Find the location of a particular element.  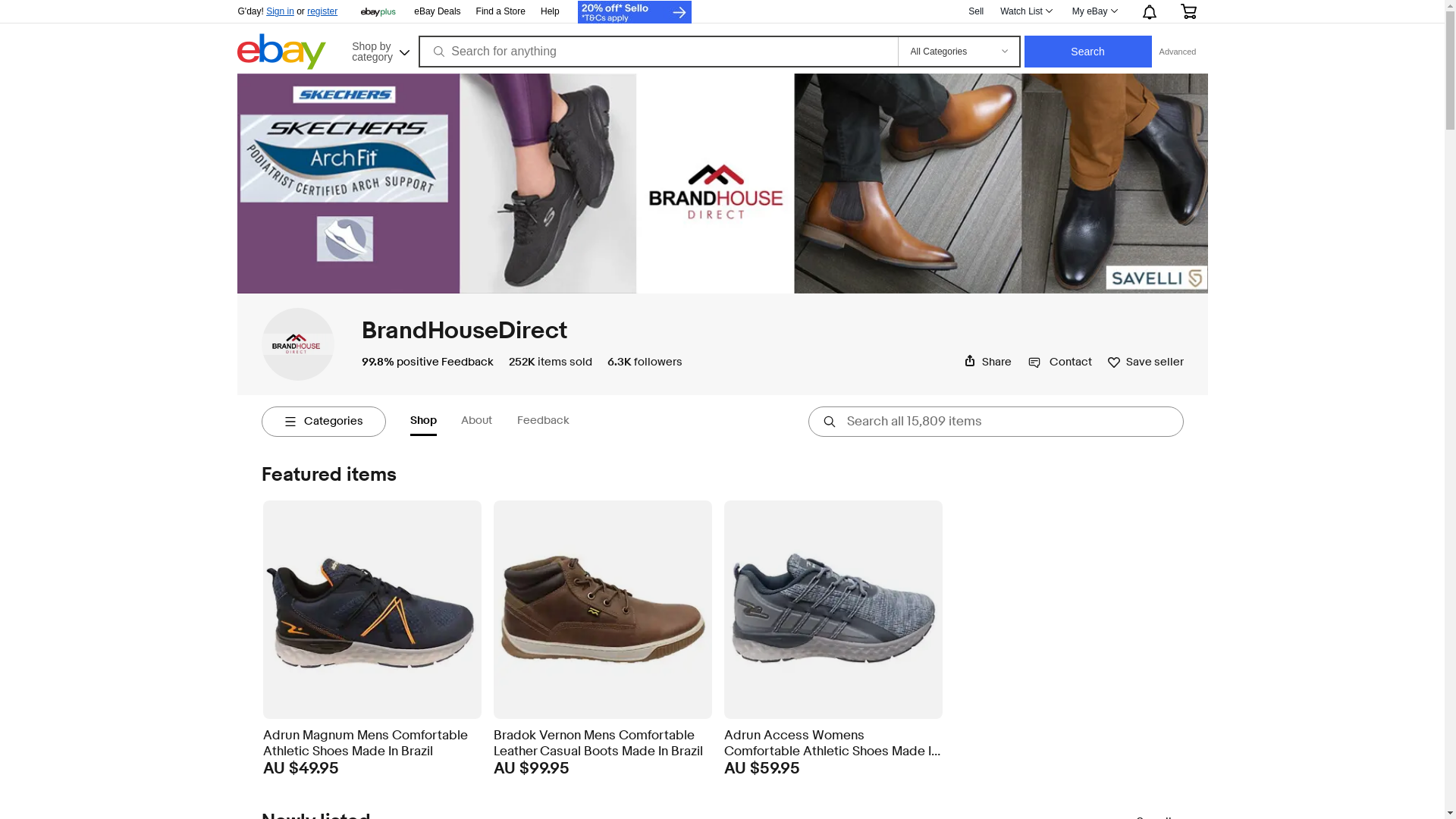

'Sell' is located at coordinates (975, 11).